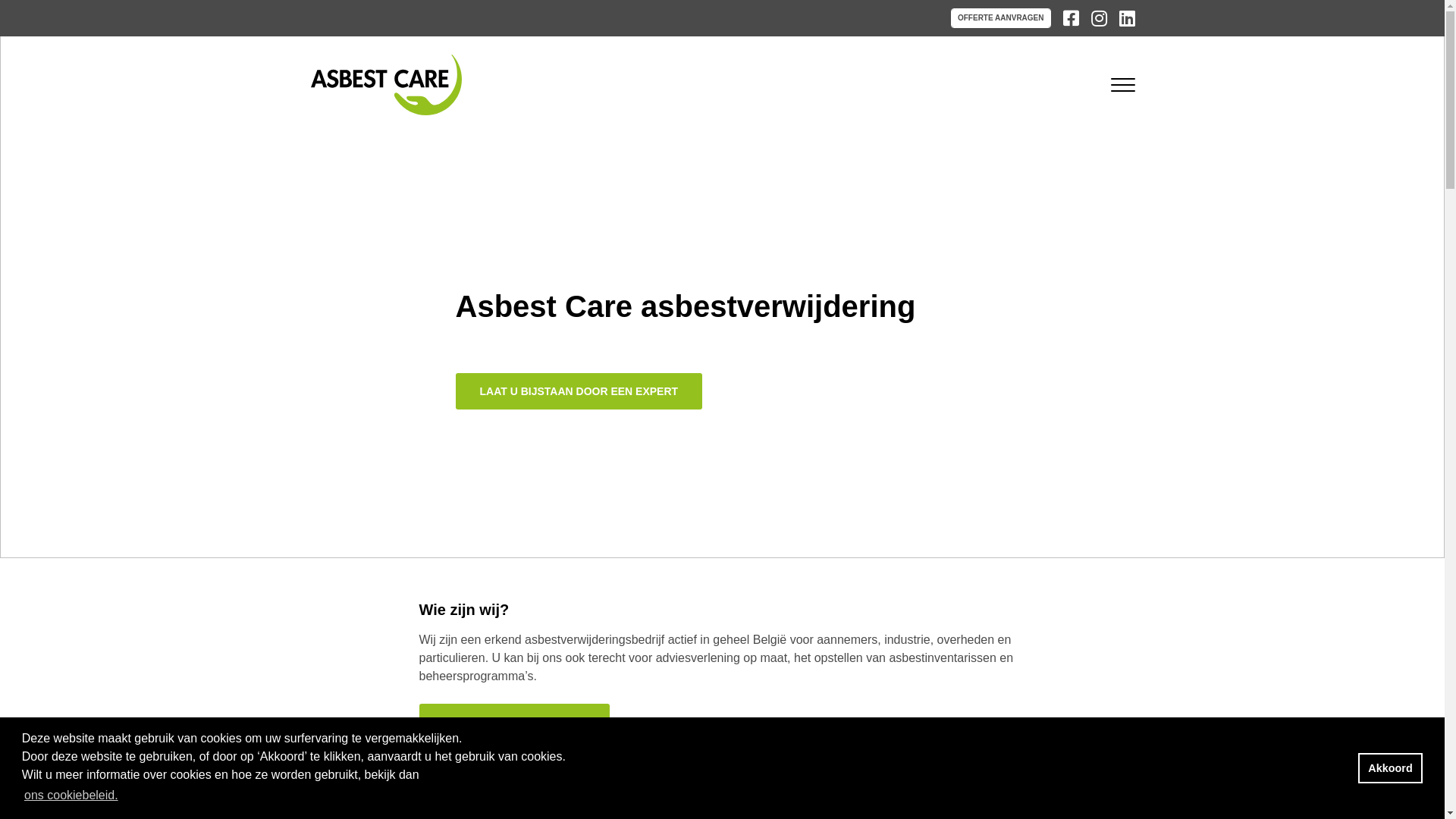 The width and height of the screenshot is (1456, 819). Describe the element at coordinates (578, 391) in the screenshot. I see `'LAAT U BIJSTAAN DOOR EEN EXPERT'` at that location.